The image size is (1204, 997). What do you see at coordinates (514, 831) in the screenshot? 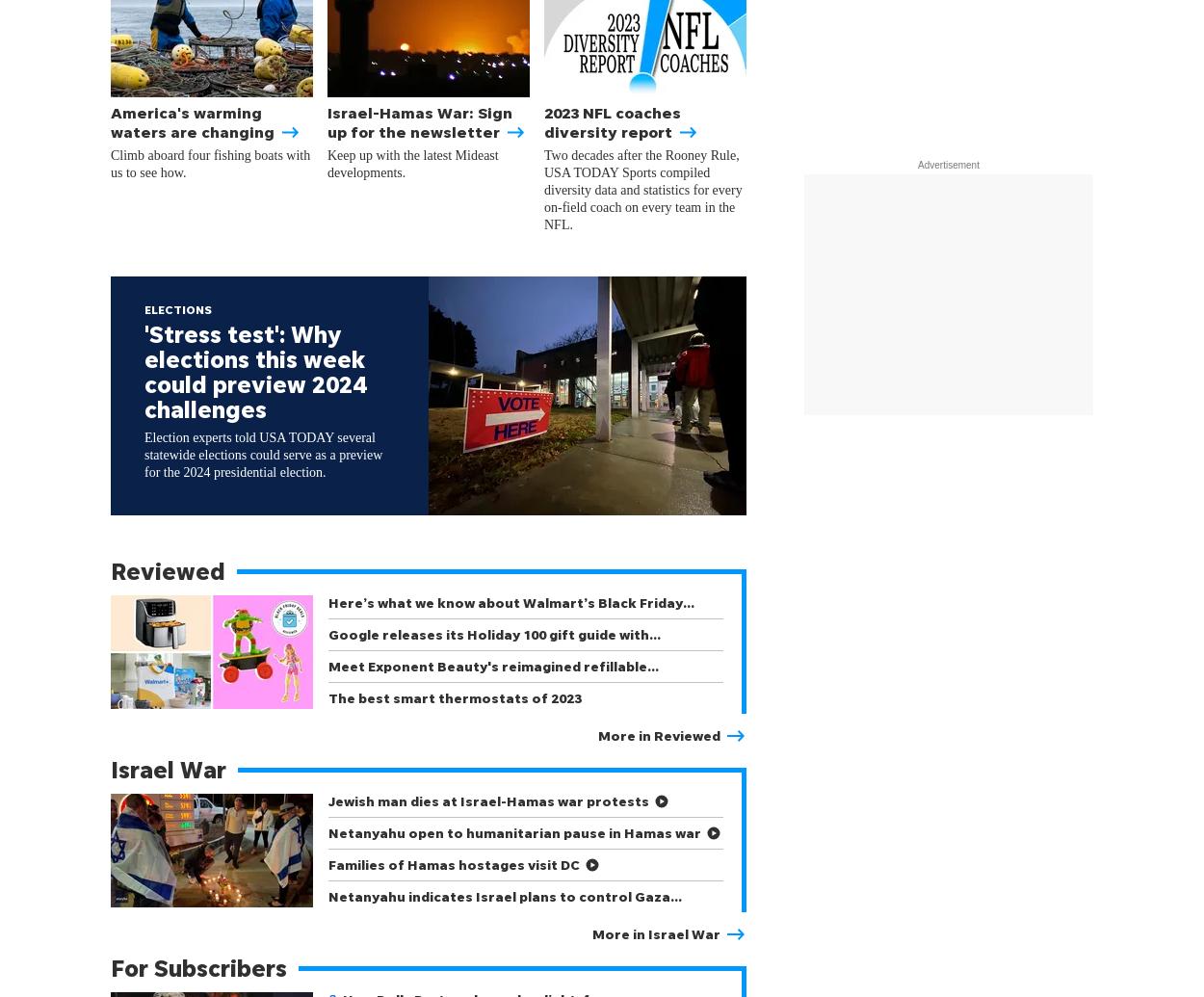
I see `'Netanyahu open to humanitarian pause in Hamas war'` at bounding box center [514, 831].